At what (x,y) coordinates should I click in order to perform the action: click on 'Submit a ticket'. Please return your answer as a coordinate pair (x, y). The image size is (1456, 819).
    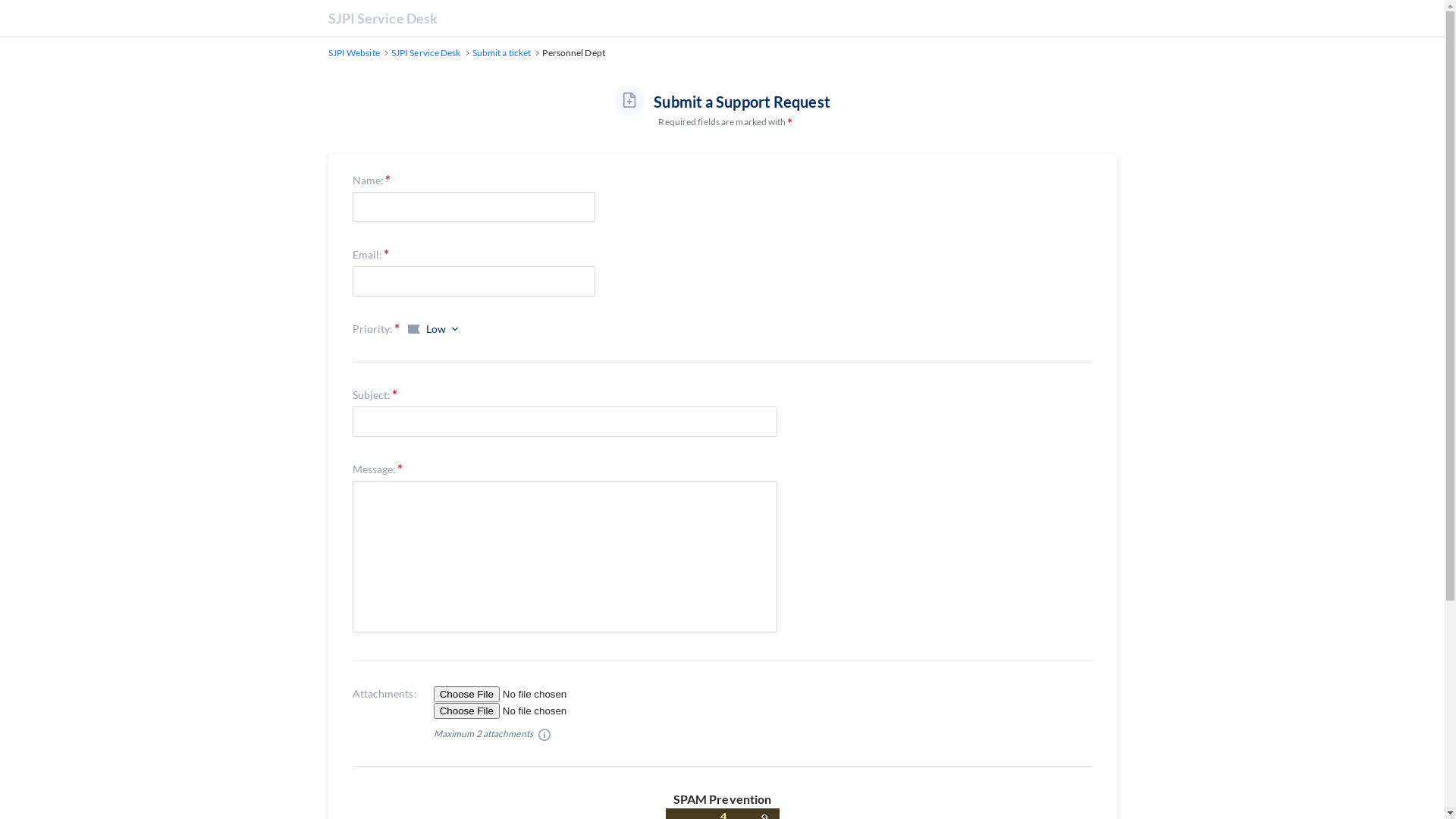
    Looking at the image, I should click on (472, 52).